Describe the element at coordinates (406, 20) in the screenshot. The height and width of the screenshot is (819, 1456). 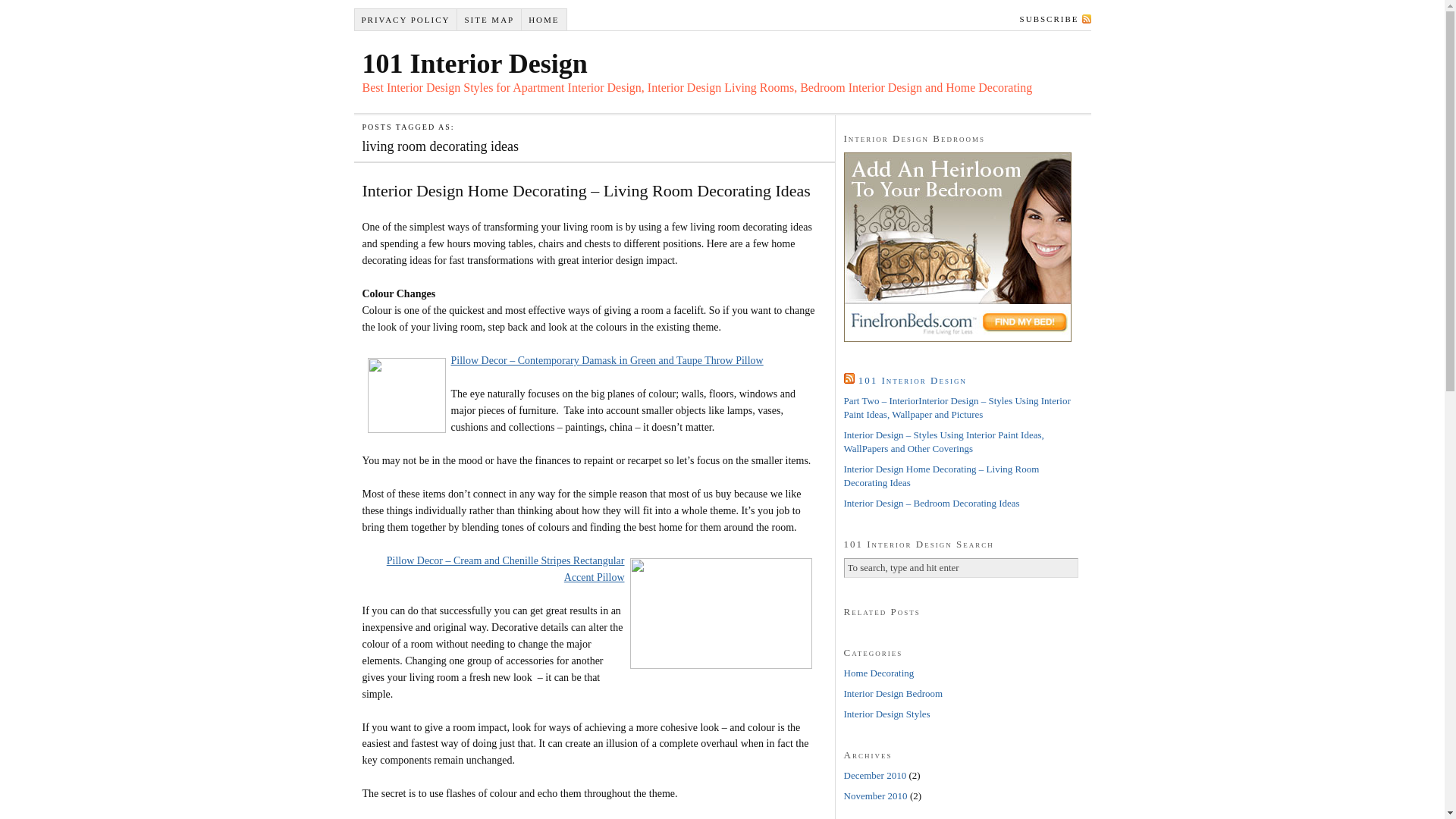
I see `'PRIVACY POLICY'` at that location.